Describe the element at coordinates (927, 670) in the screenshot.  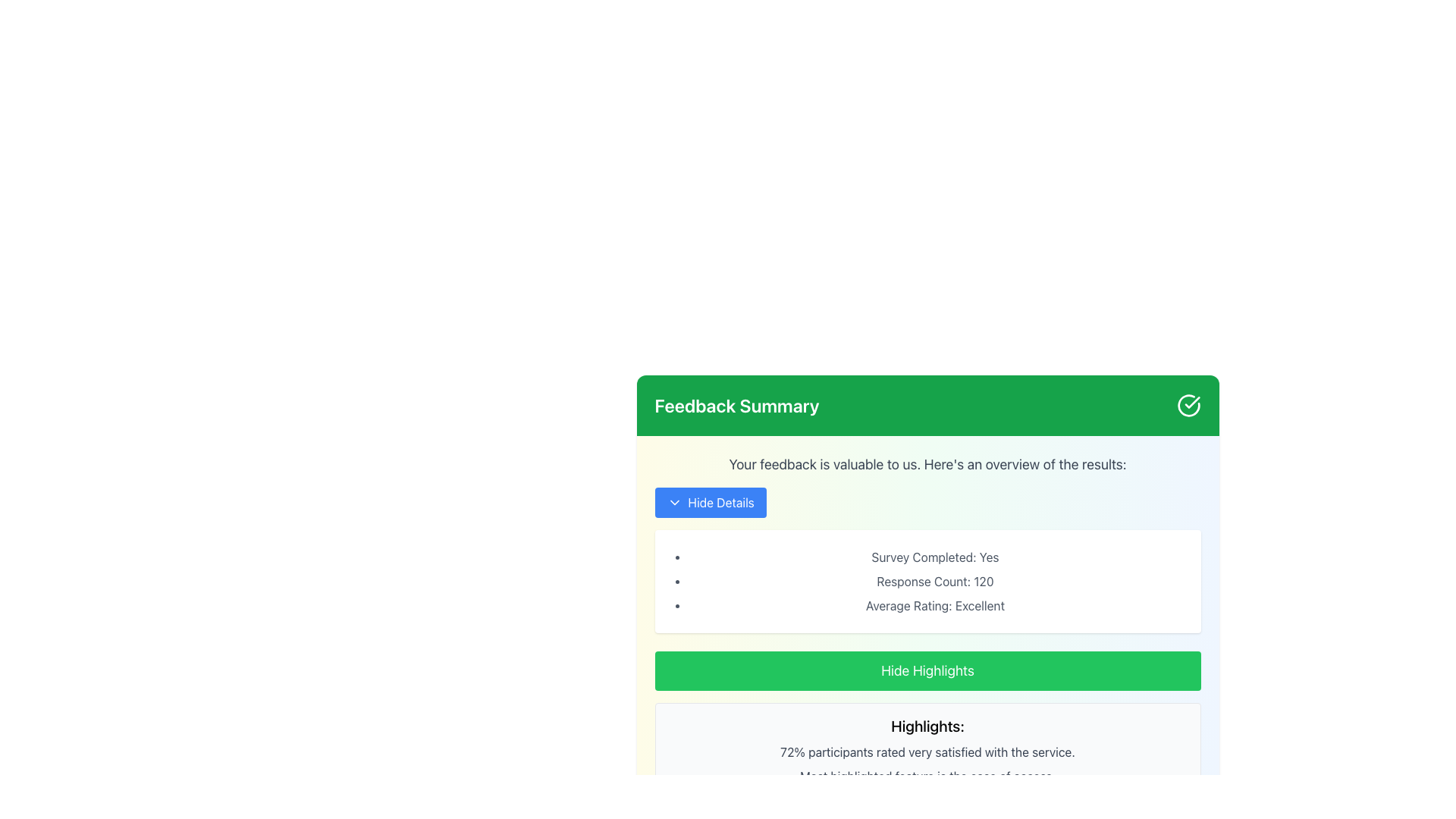
I see `the button that toggles the visibility of the highlights section in the Feedback Summary to change its background shade` at that location.